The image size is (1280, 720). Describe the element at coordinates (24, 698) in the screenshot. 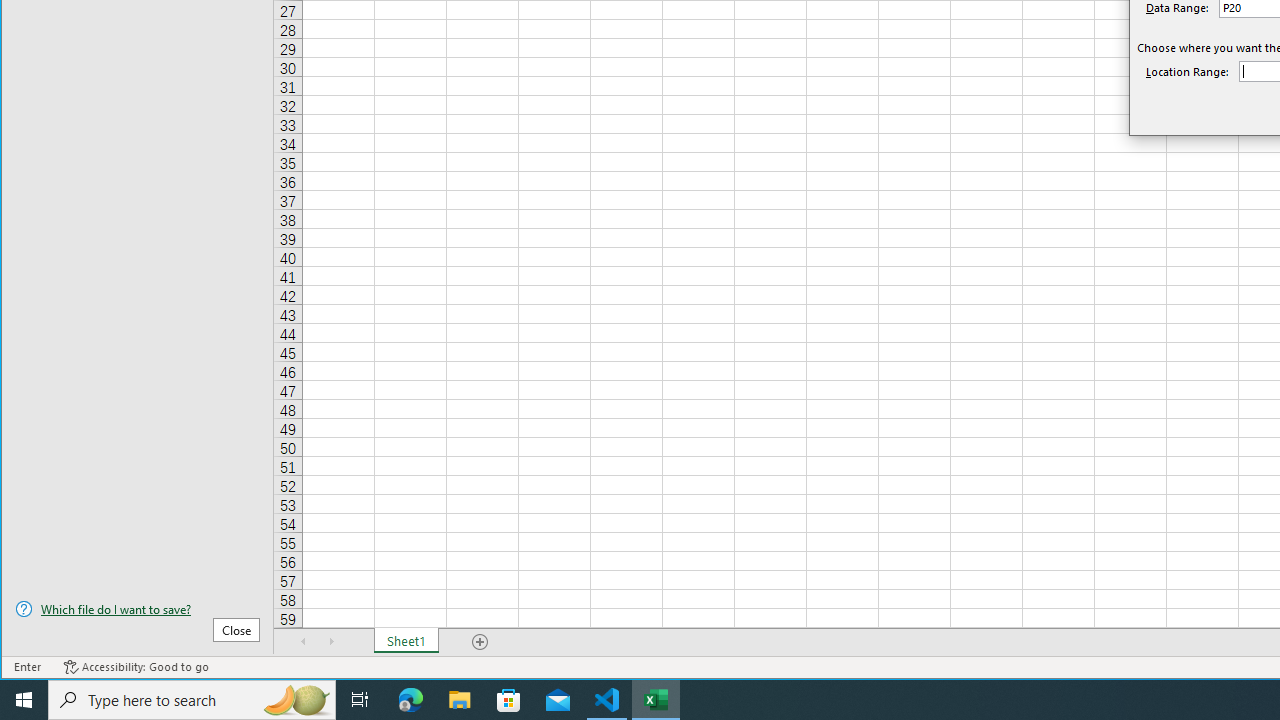

I see `'Start'` at that location.